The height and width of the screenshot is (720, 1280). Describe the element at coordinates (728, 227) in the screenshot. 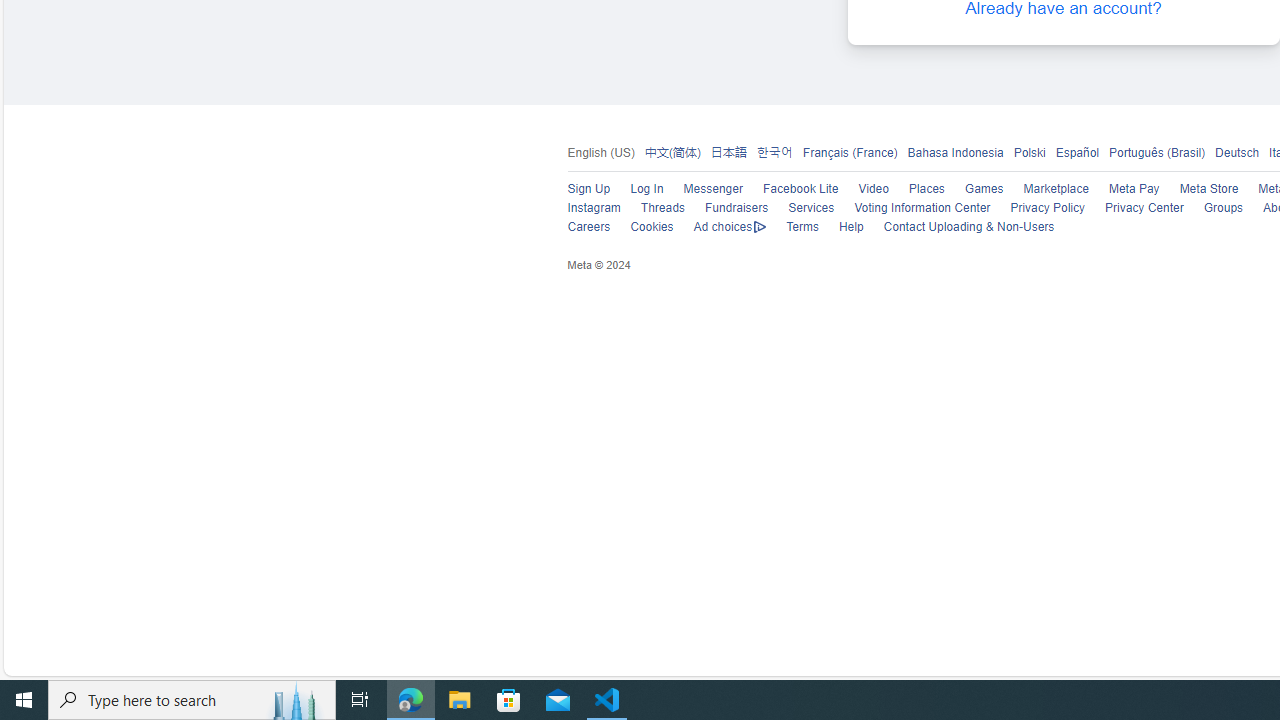

I see `'Ad choices'` at that location.